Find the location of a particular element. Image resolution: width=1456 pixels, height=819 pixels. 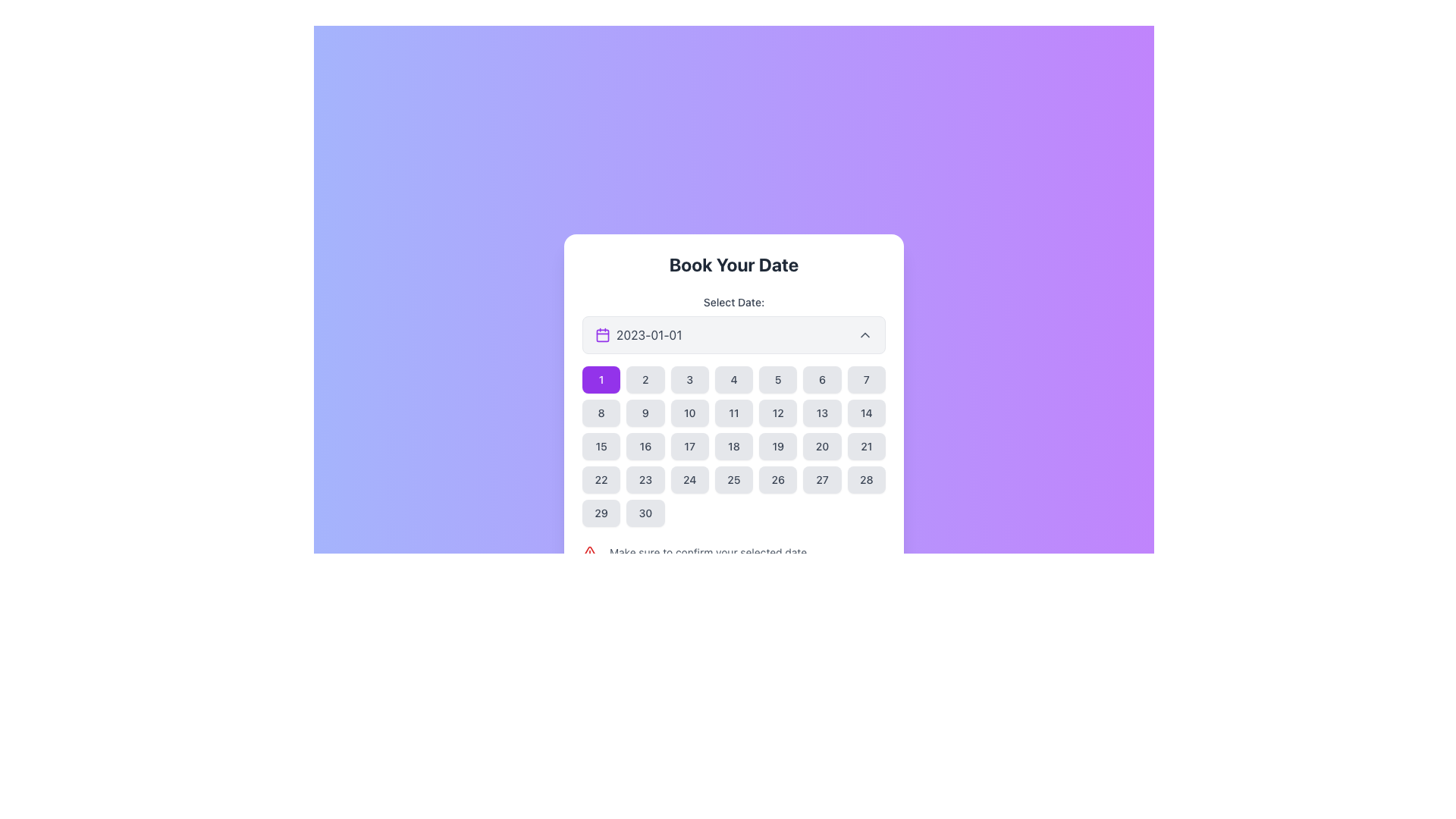

the chevron-up icon located at the far right of the date input field in the 'Select Date' section is located at coordinates (865, 334).